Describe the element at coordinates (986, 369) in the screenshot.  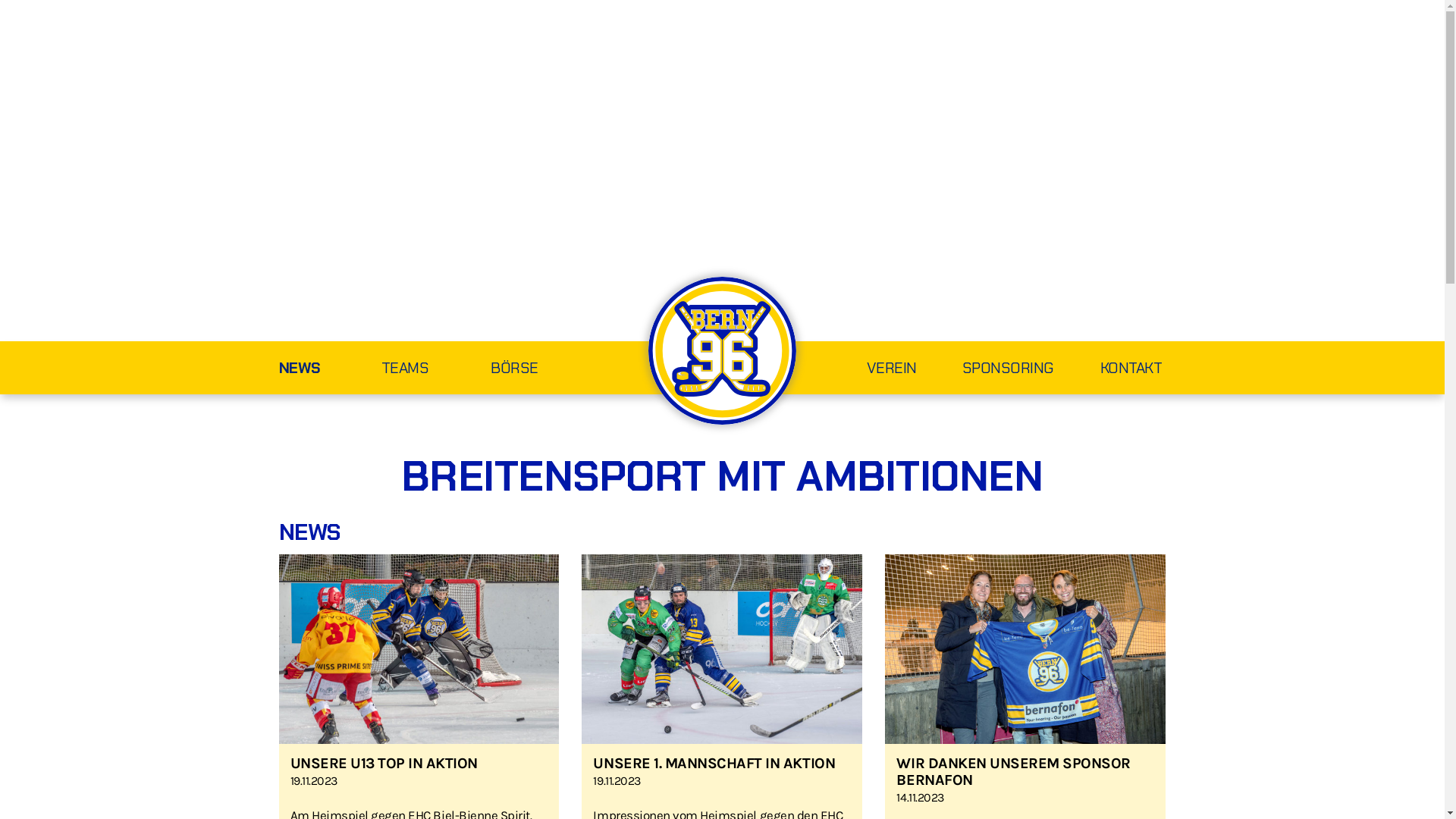
I see `'SPONSORING'` at that location.